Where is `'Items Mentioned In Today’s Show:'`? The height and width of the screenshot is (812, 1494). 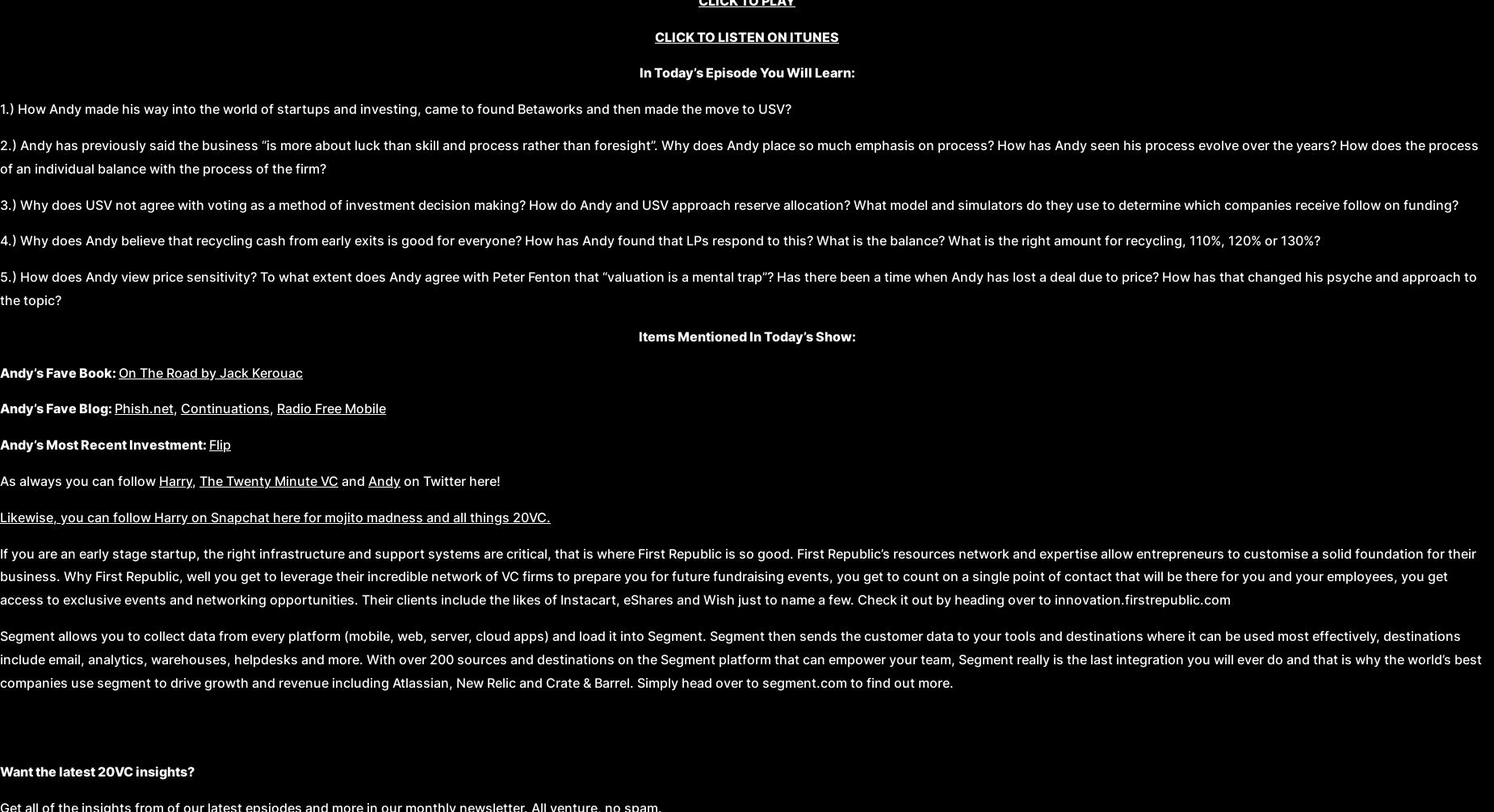
'Items Mentioned In Today’s Show:' is located at coordinates (746, 334).